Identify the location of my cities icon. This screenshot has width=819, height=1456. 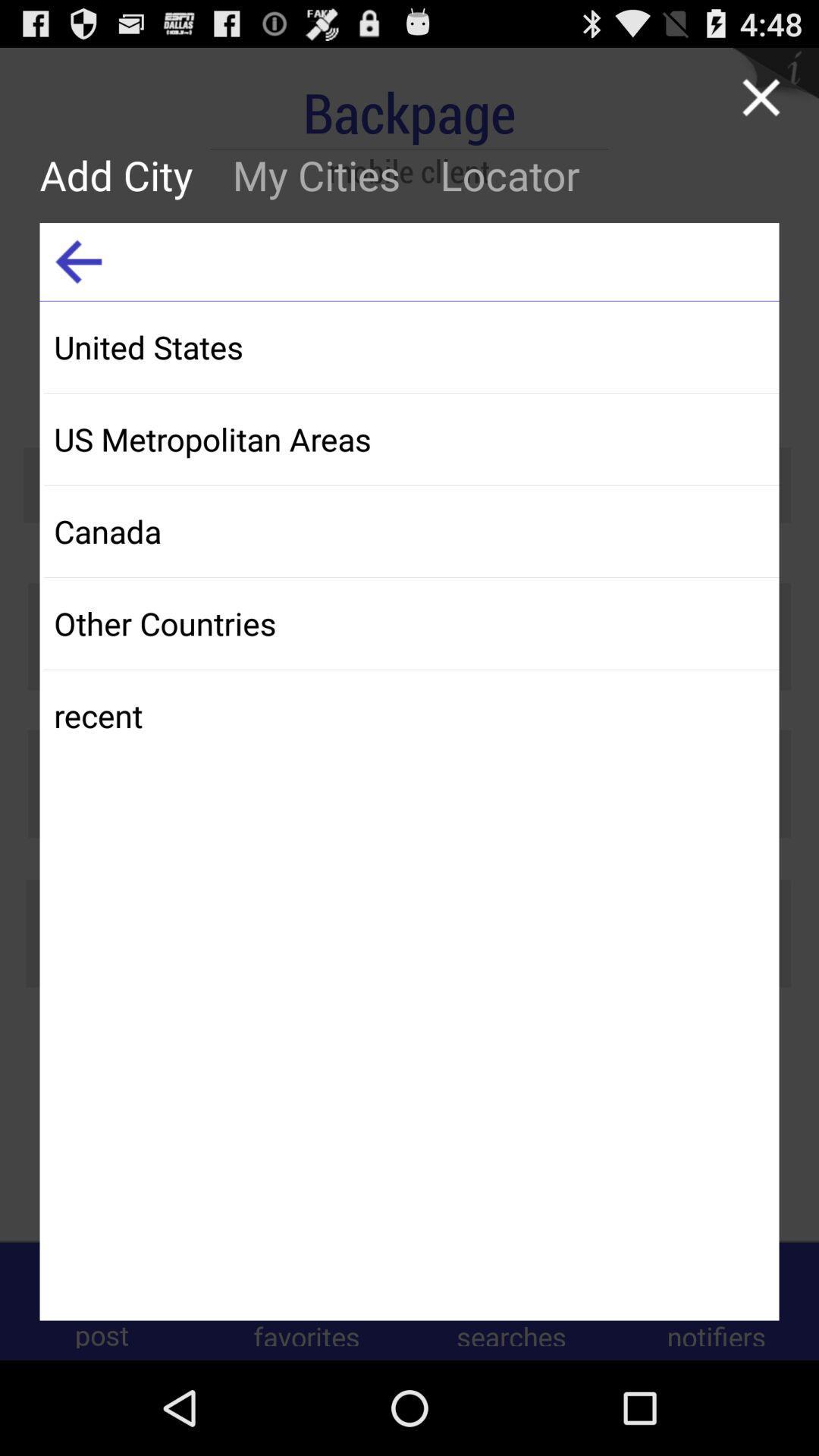
(315, 174).